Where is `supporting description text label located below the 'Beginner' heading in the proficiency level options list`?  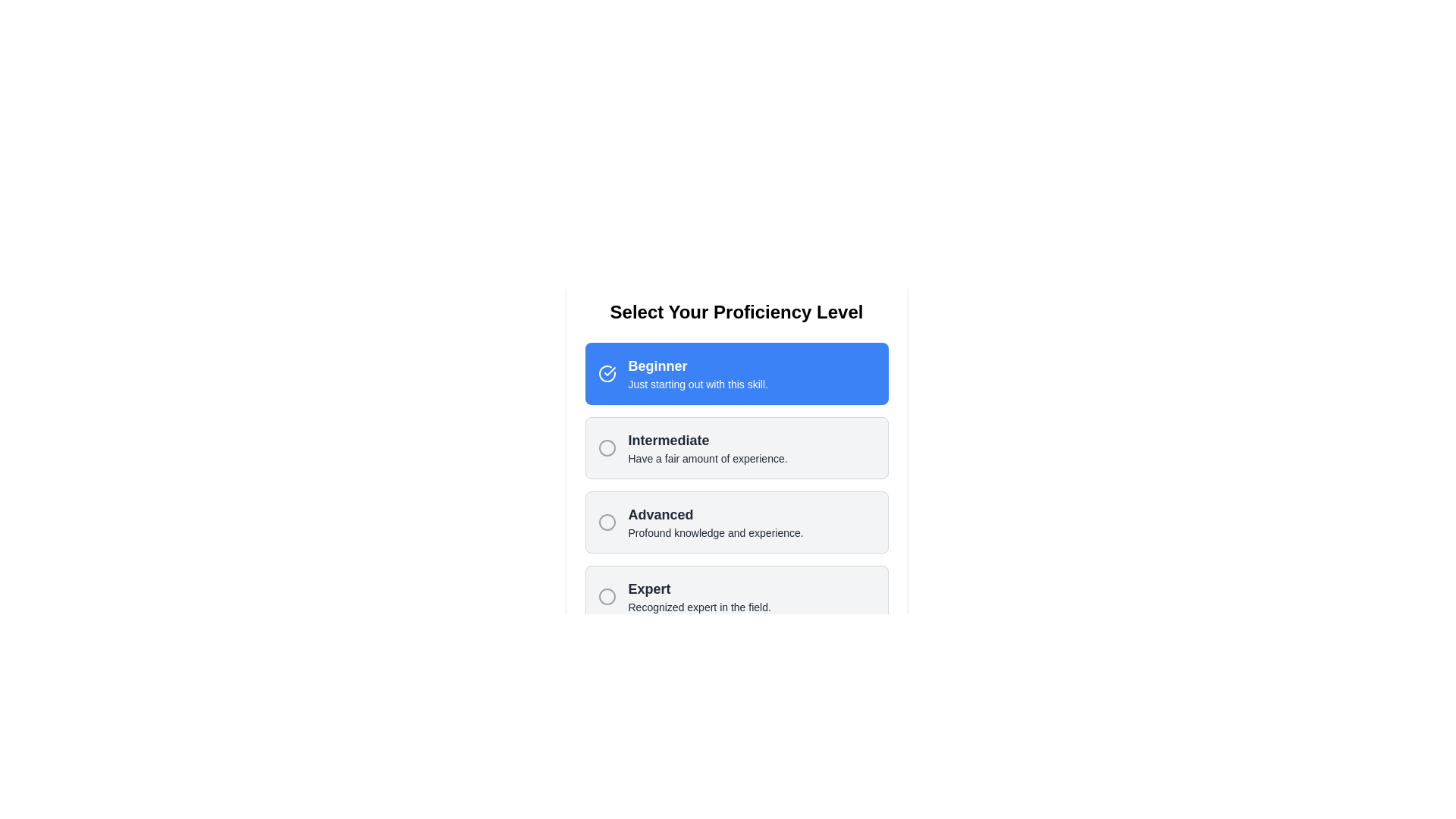 supporting description text label located below the 'Beginner' heading in the proficiency level options list is located at coordinates (697, 383).